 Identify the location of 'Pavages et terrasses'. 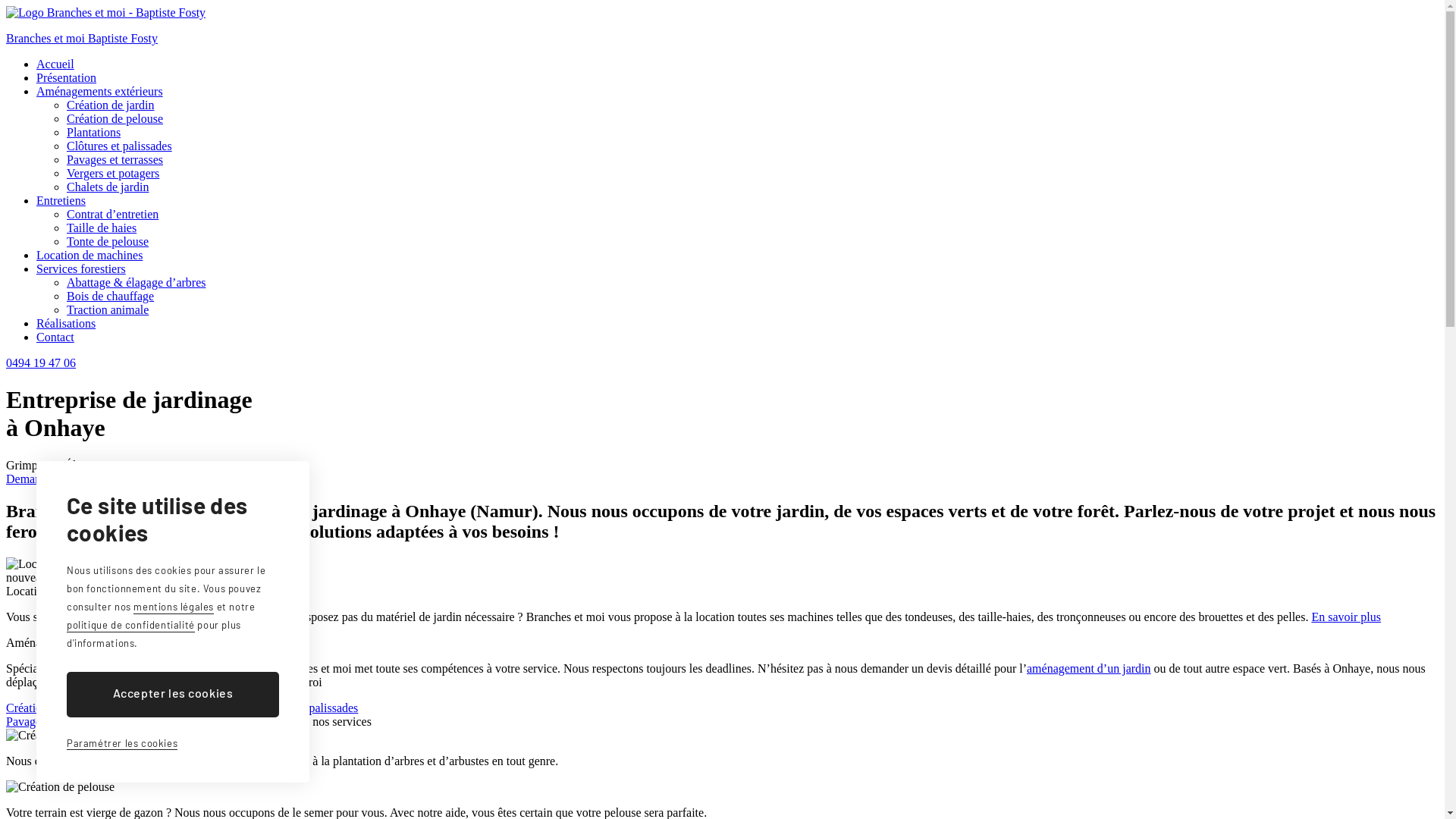
(54, 720).